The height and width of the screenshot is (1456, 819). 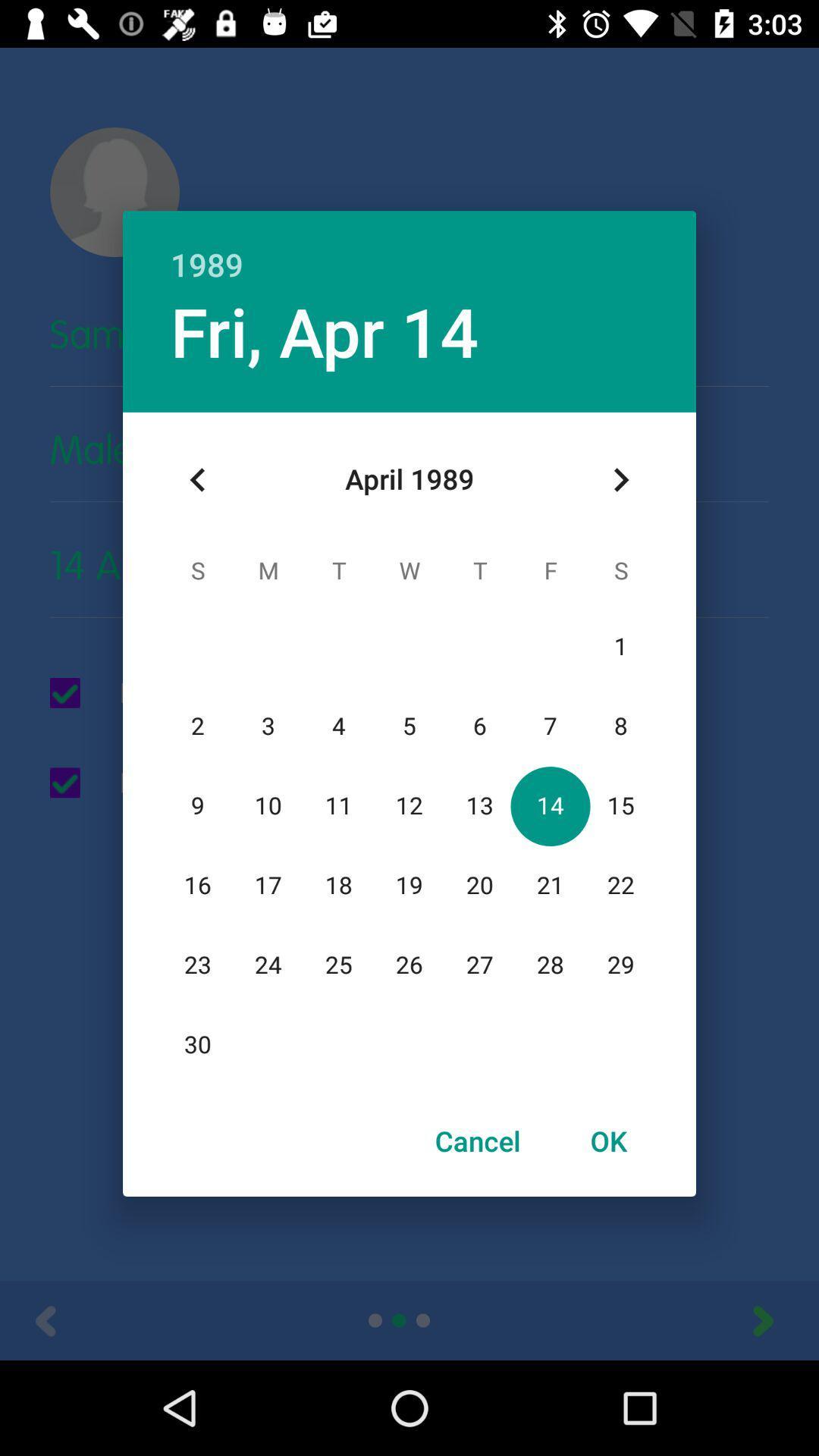 I want to click on 1989 item, so click(x=409, y=248).